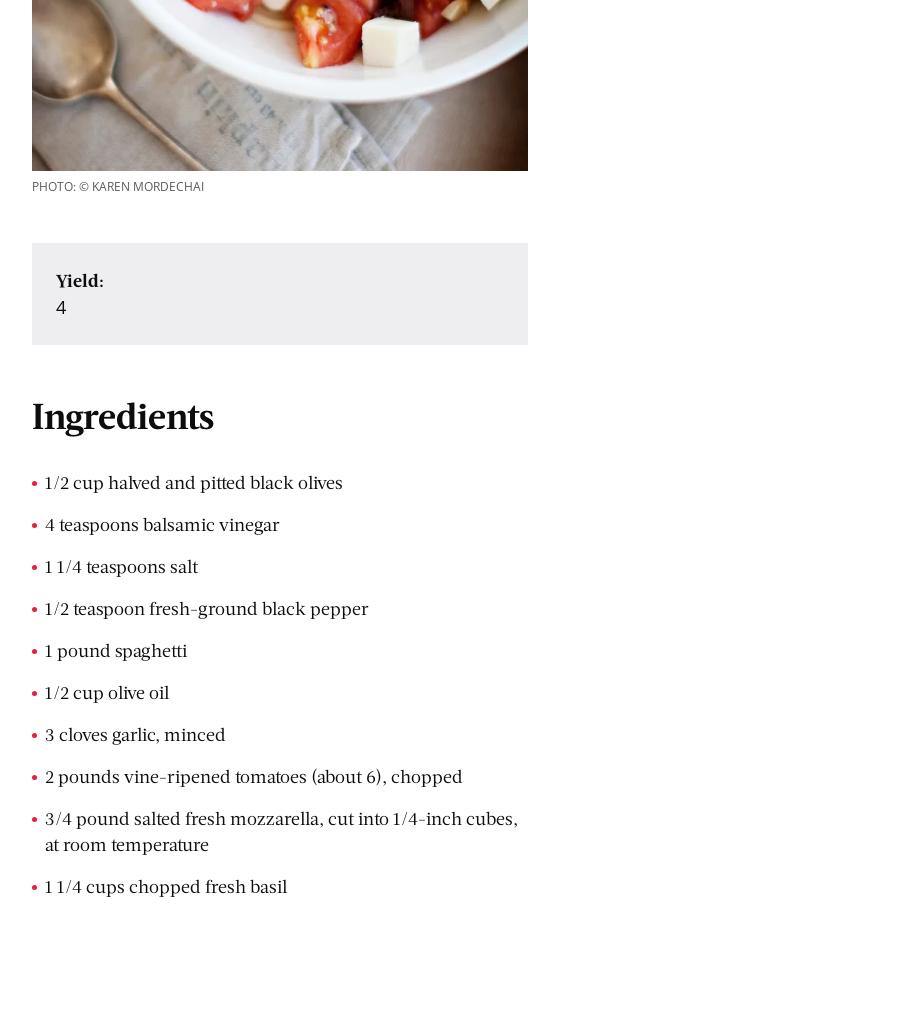  I want to click on '1 1/4 teaspoons salt', so click(121, 566).